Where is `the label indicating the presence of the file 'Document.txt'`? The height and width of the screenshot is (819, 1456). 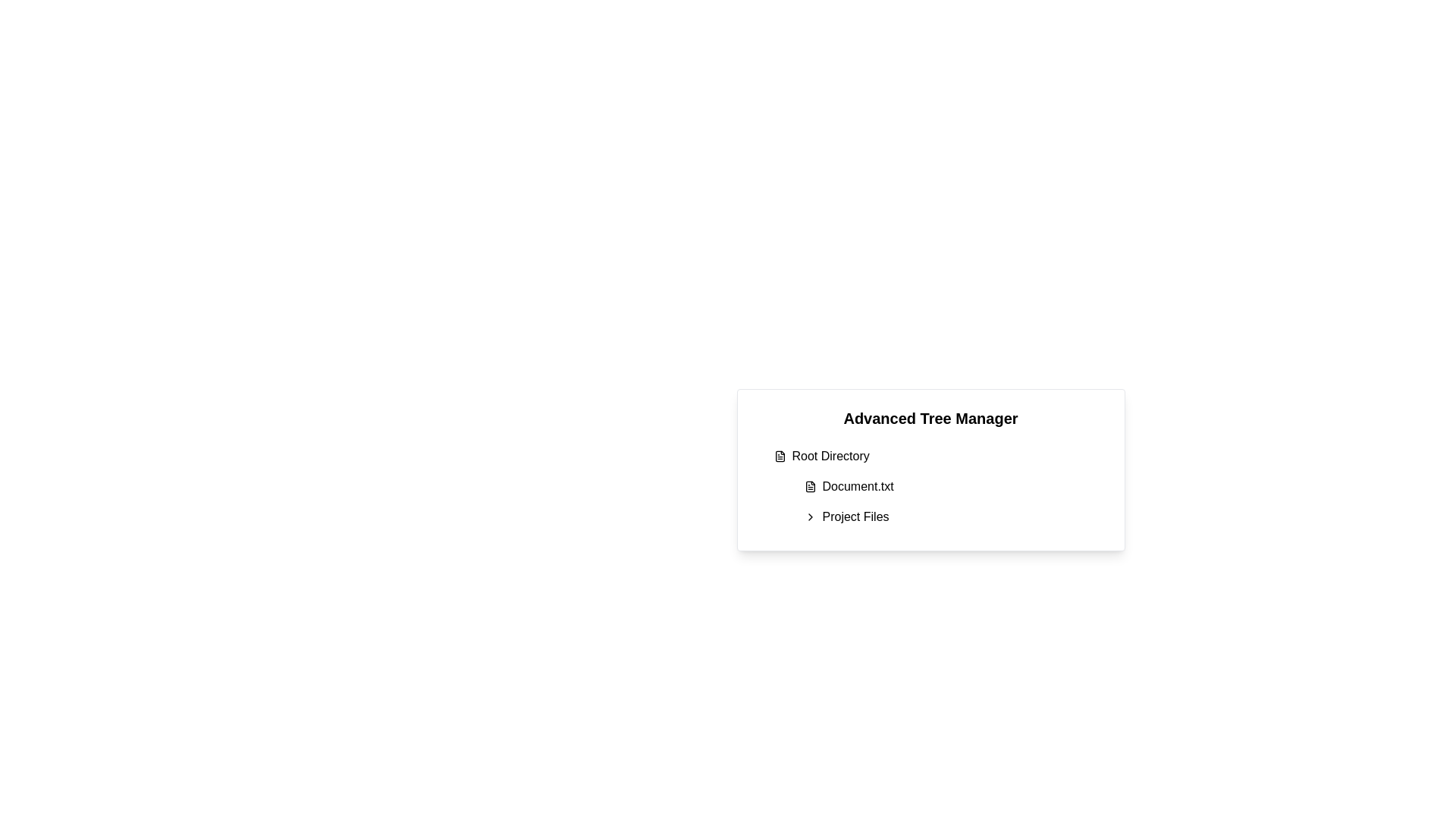 the label indicating the presence of the file 'Document.txt' is located at coordinates (858, 486).